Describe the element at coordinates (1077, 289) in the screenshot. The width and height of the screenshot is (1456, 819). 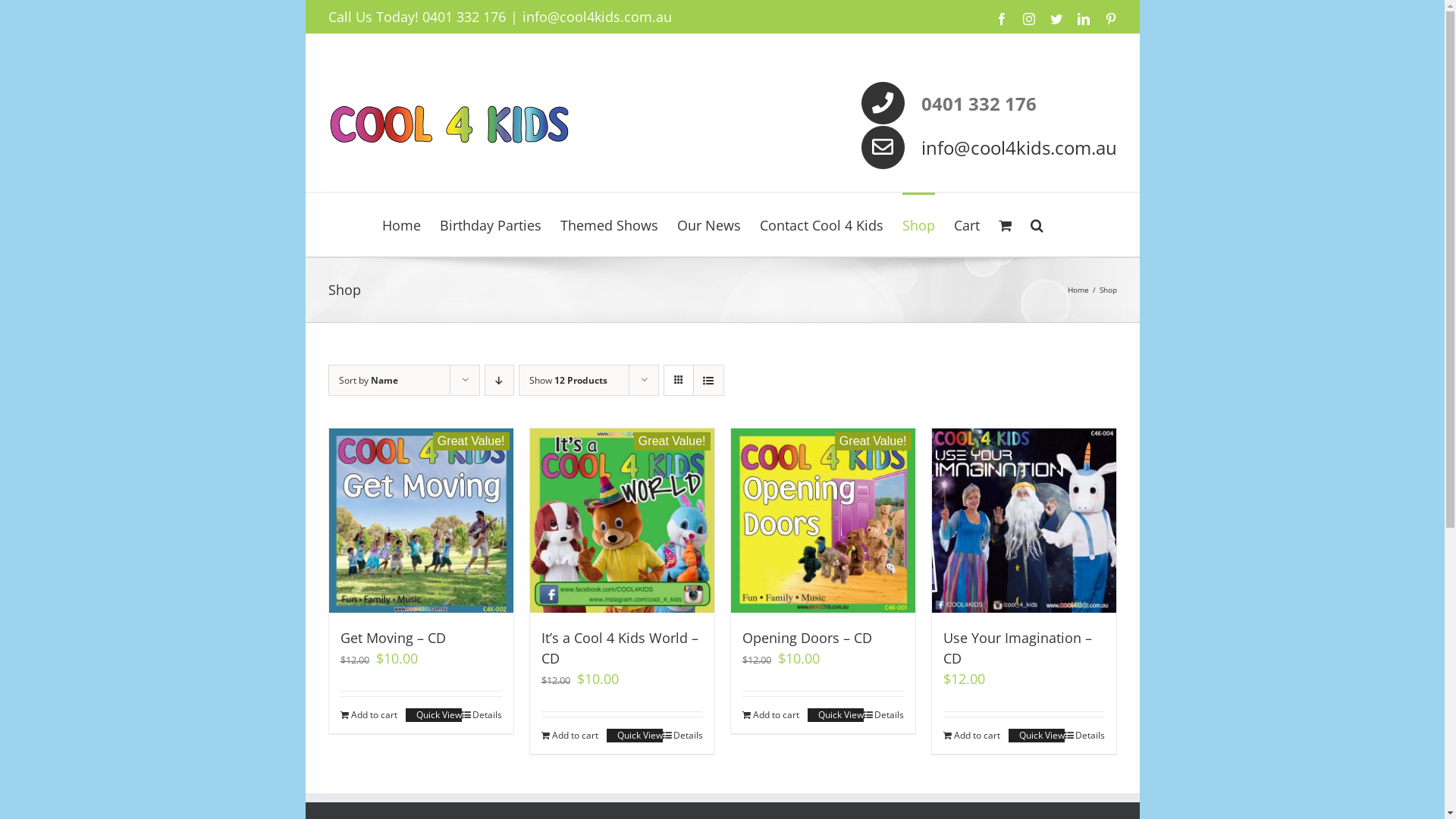
I see `'Home'` at that location.